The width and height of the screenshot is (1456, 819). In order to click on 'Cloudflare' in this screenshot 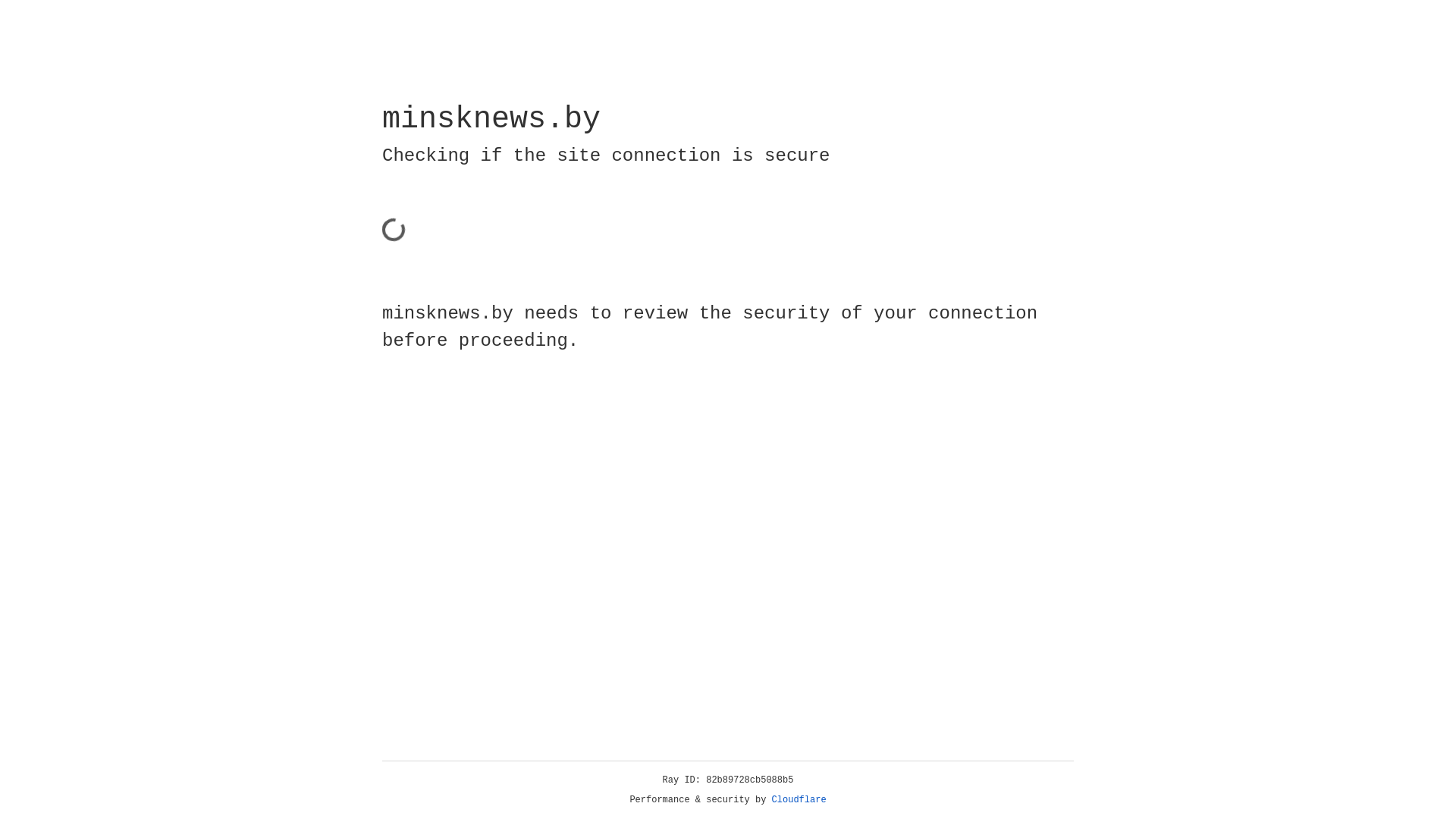, I will do `click(799, 799)`.